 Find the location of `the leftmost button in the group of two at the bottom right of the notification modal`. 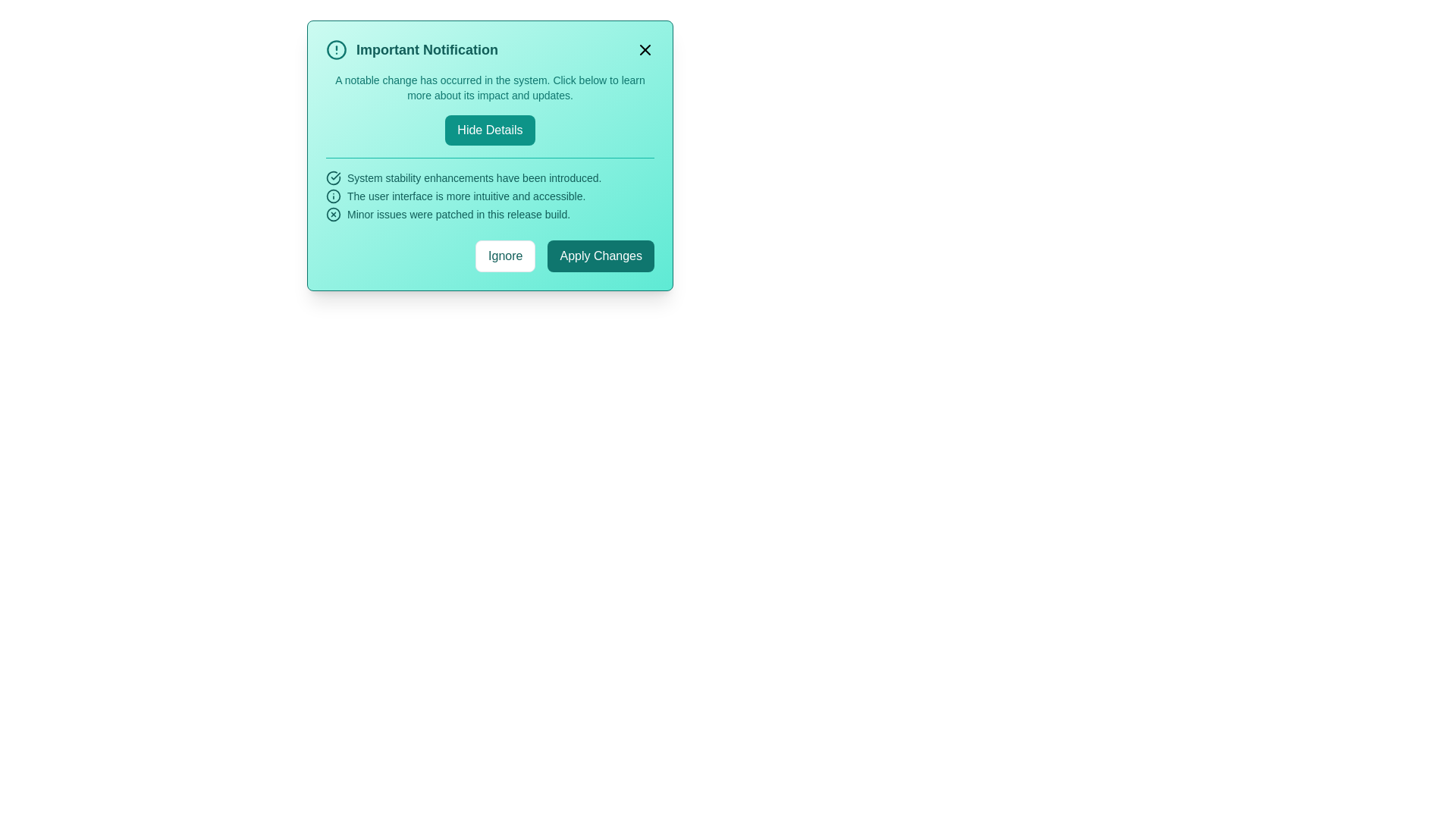

the leftmost button in the group of two at the bottom right of the notification modal is located at coordinates (505, 256).